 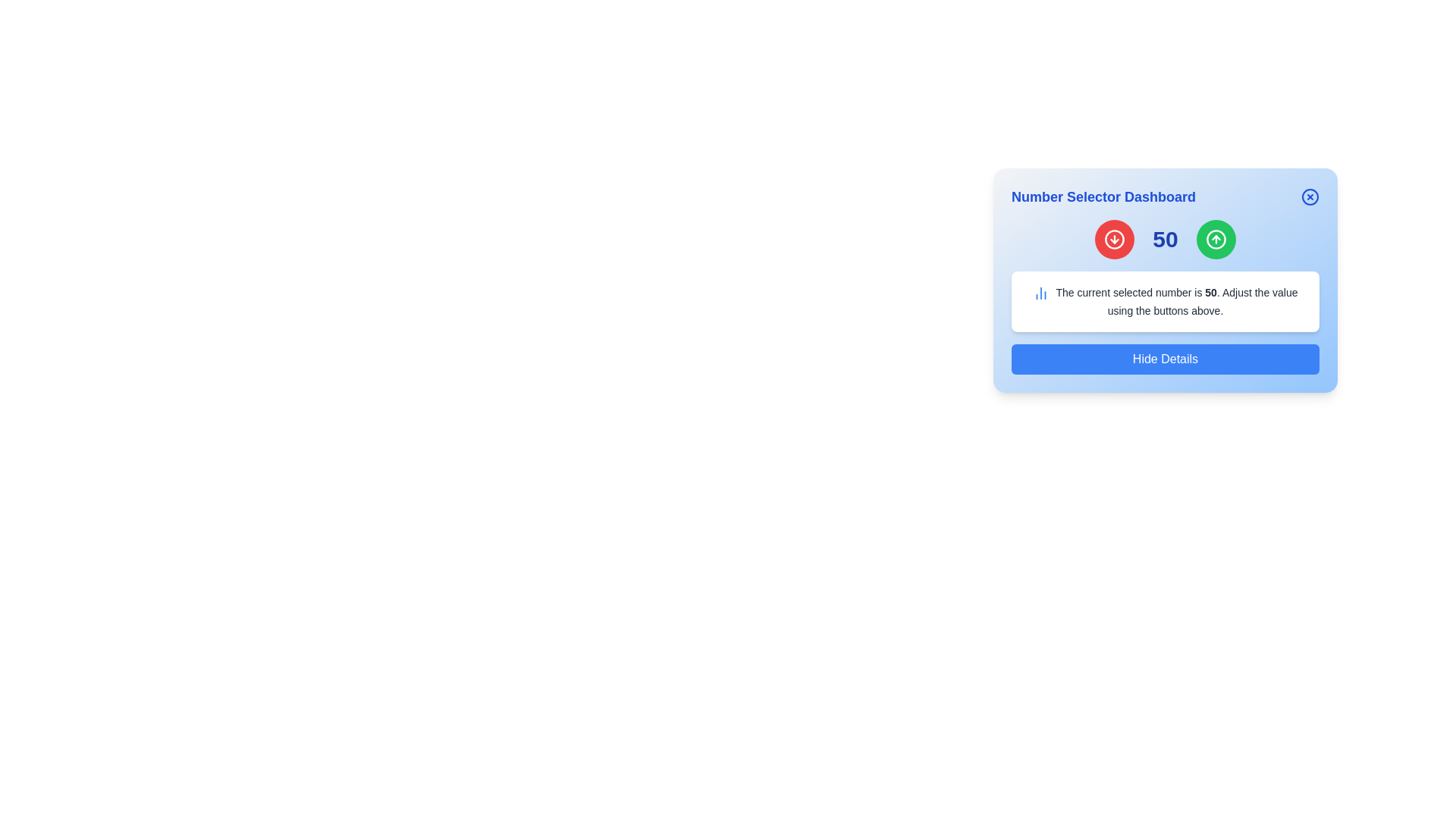 What do you see at coordinates (1175, 301) in the screenshot?
I see `the informational text block displaying the message: 'The current selected number is 50. Adjust the value using the buttons above.' which is styled in gray and positioned below the number display '50'` at bounding box center [1175, 301].